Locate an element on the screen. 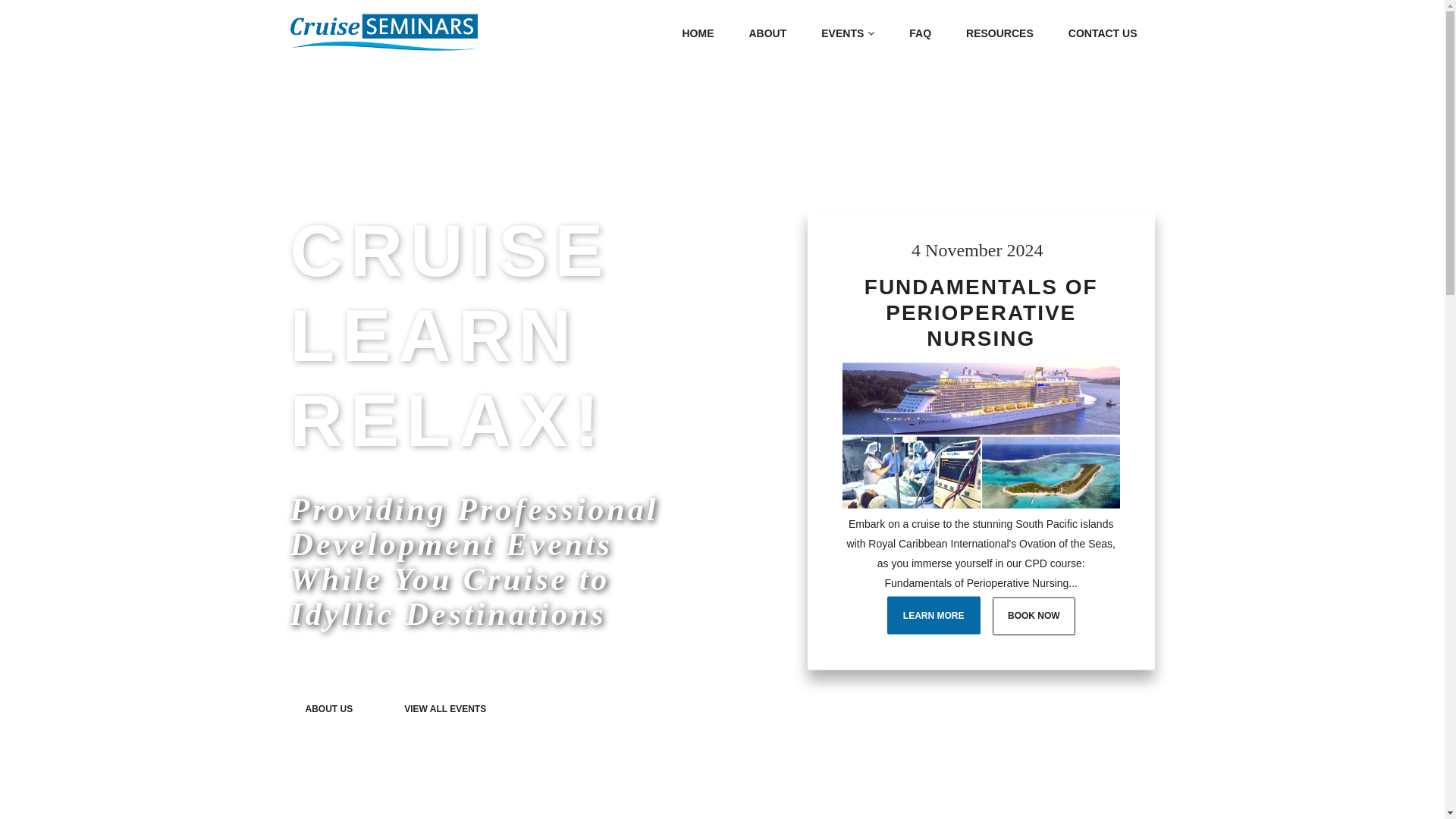 This screenshot has height=819, width=1456. 'ABOUT US' is located at coordinates (328, 708).